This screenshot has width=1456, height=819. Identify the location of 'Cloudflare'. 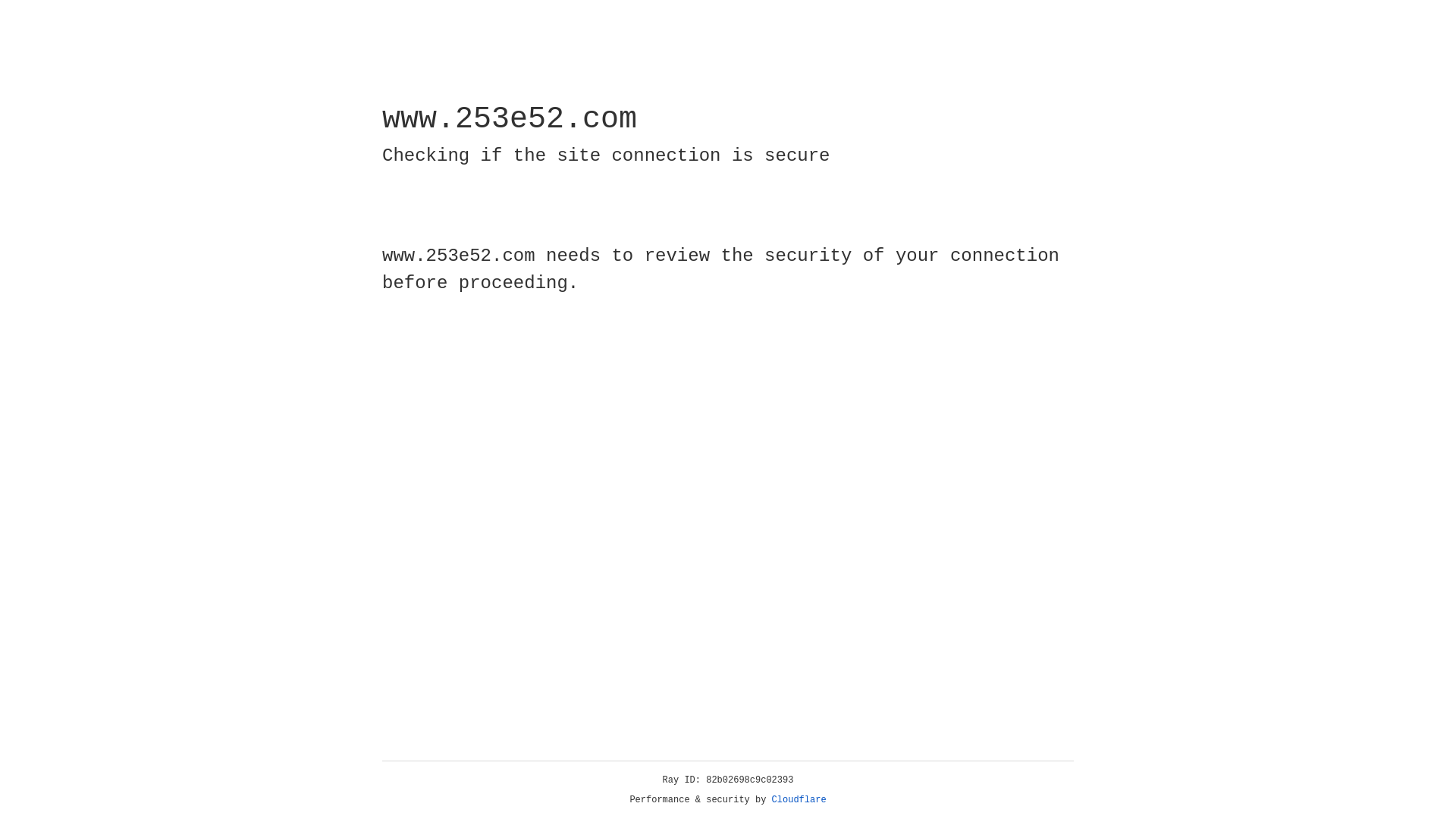
(799, 799).